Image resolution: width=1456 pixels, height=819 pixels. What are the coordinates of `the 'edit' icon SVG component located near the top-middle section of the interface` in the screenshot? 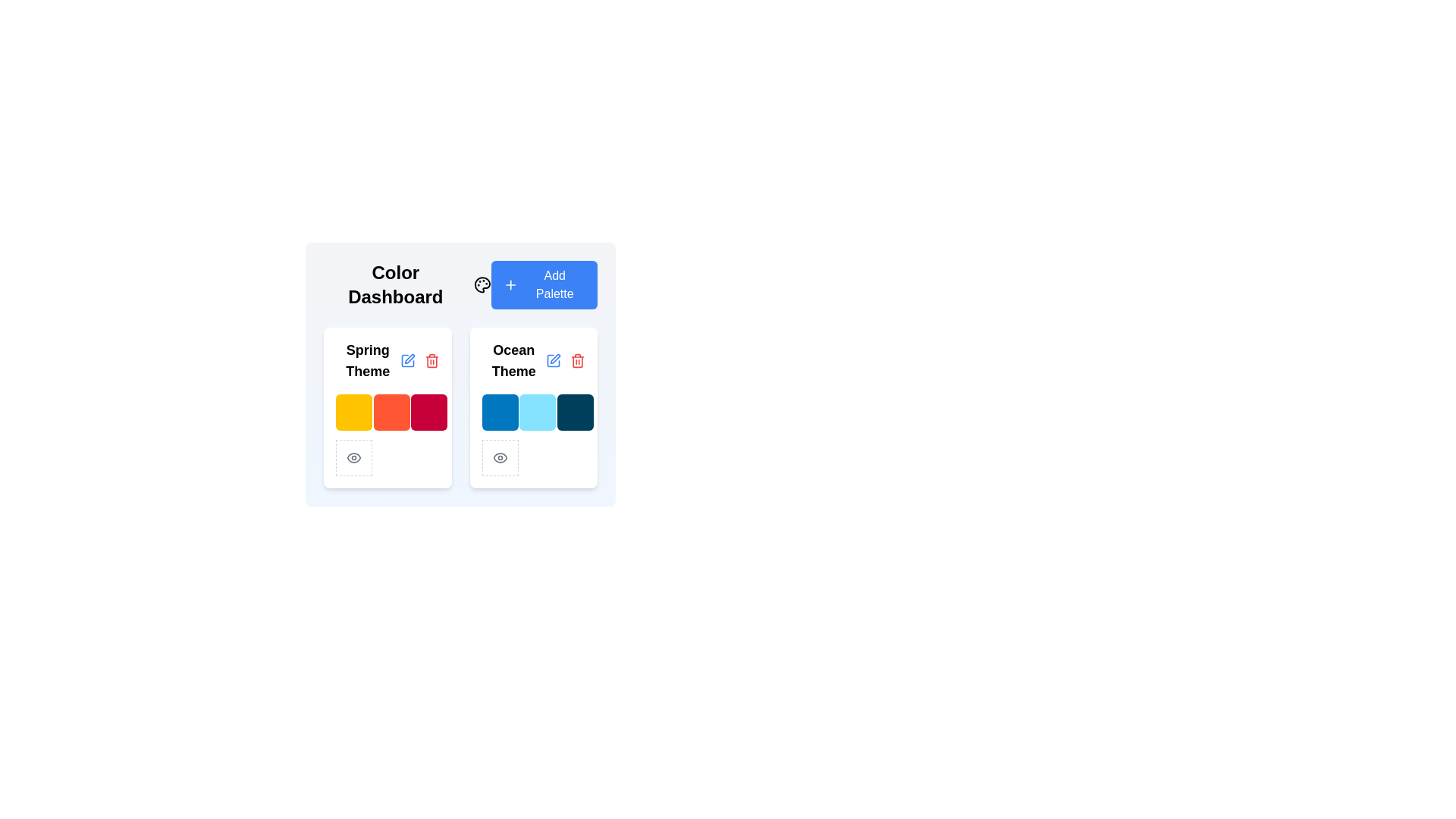 It's located at (409, 359).